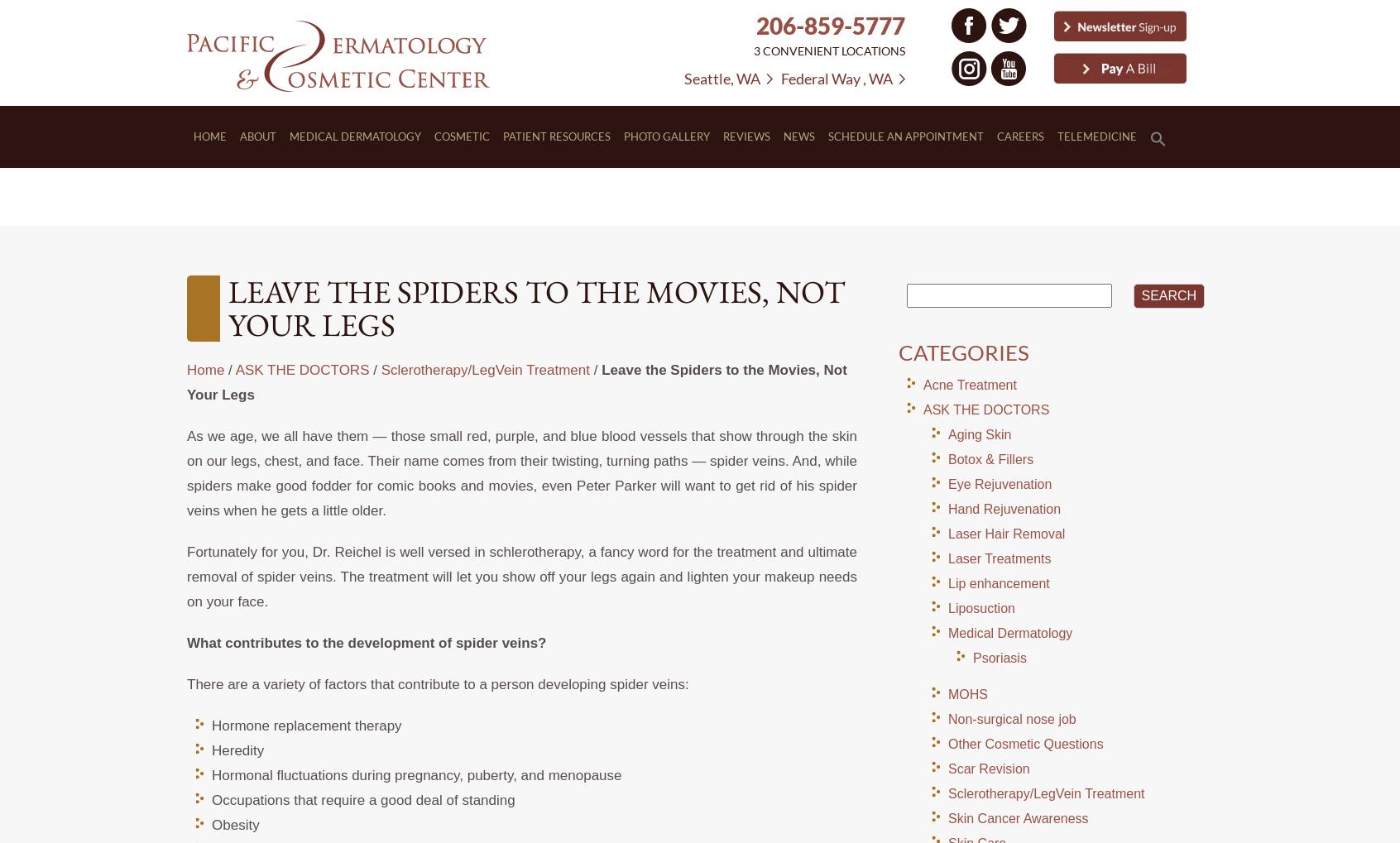 The height and width of the screenshot is (843, 1400). What do you see at coordinates (306, 725) in the screenshot?
I see `'Hormone replacement therapy'` at bounding box center [306, 725].